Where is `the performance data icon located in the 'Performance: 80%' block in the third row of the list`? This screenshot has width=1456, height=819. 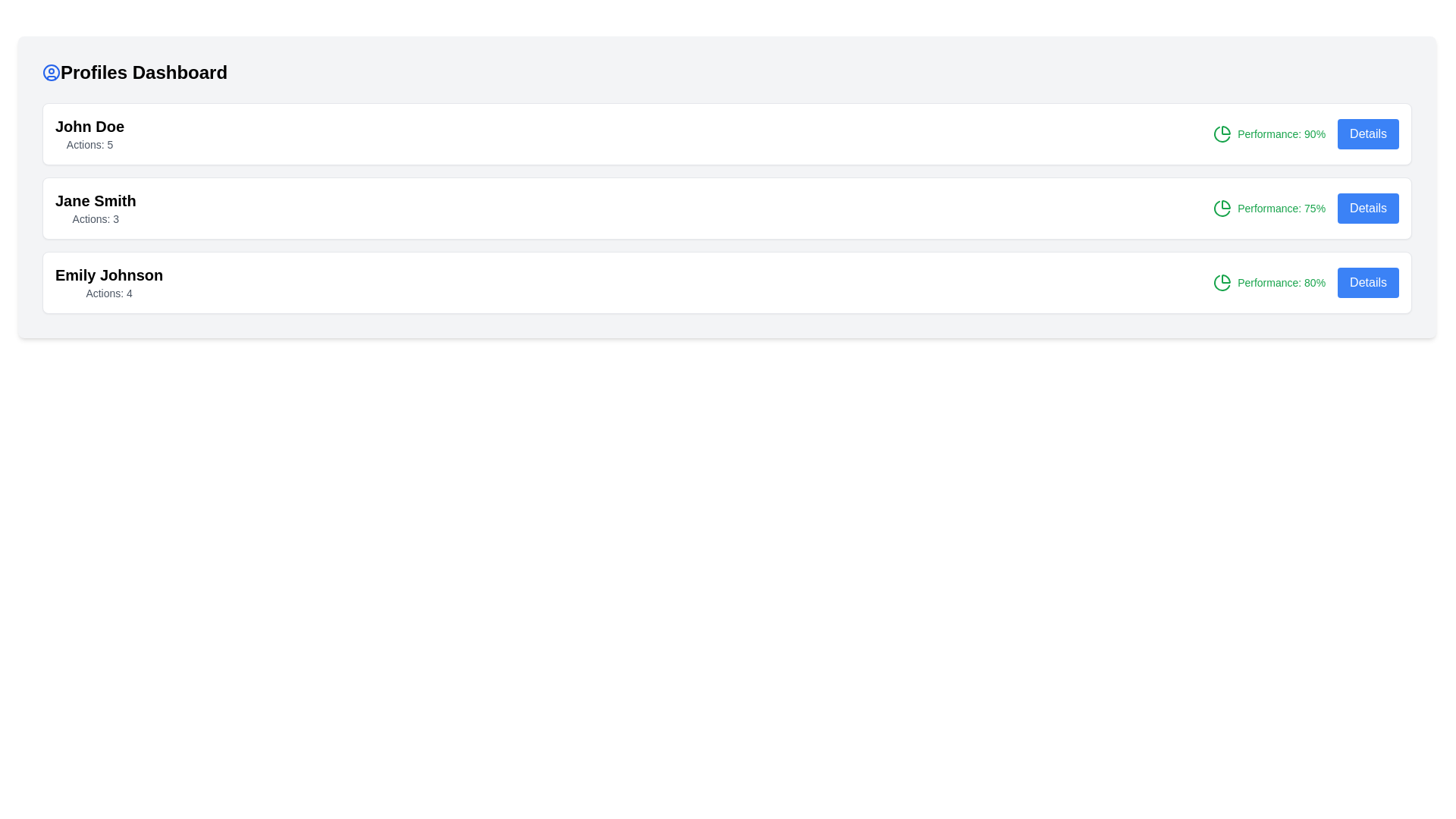
the performance data icon located in the 'Performance: 80%' block in the third row of the list is located at coordinates (1222, 283).